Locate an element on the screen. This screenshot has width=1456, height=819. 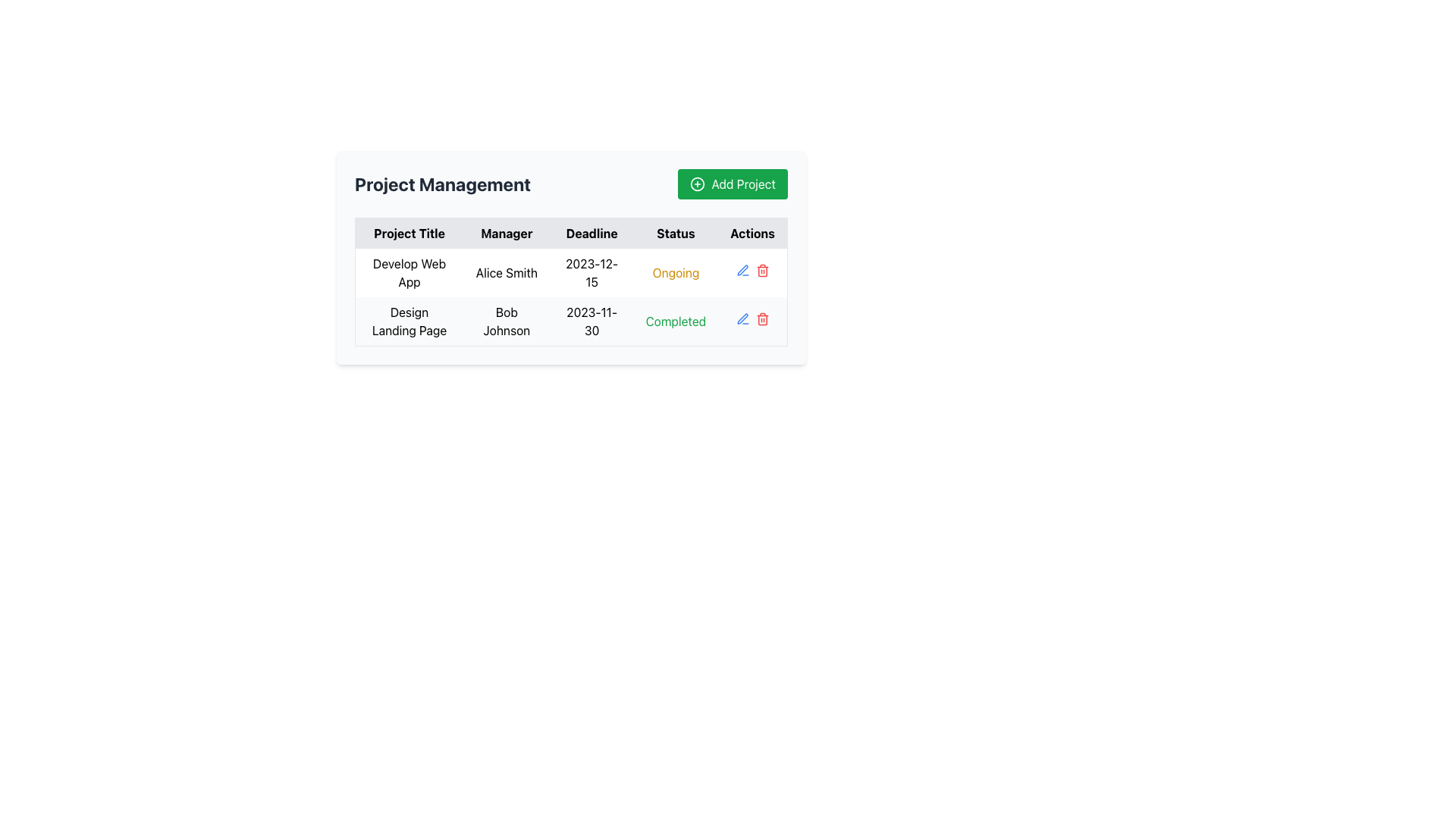
the 'Status' text label, which is the fourth header in the table, located between 'Deadline' and 'Actions' is located at coordinates (675, 233).